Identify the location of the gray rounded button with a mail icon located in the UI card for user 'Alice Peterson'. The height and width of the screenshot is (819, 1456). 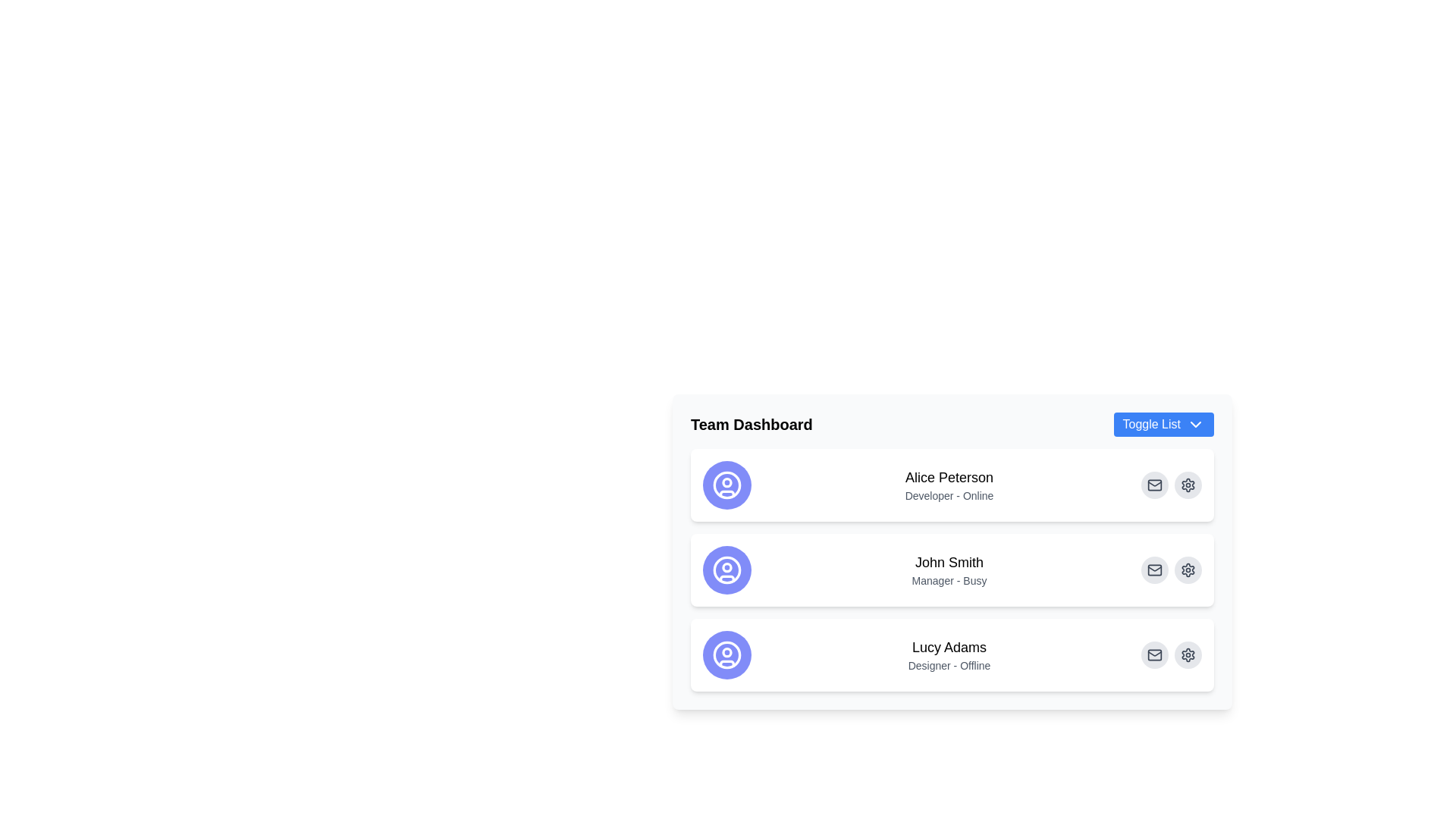
(1153, 485).